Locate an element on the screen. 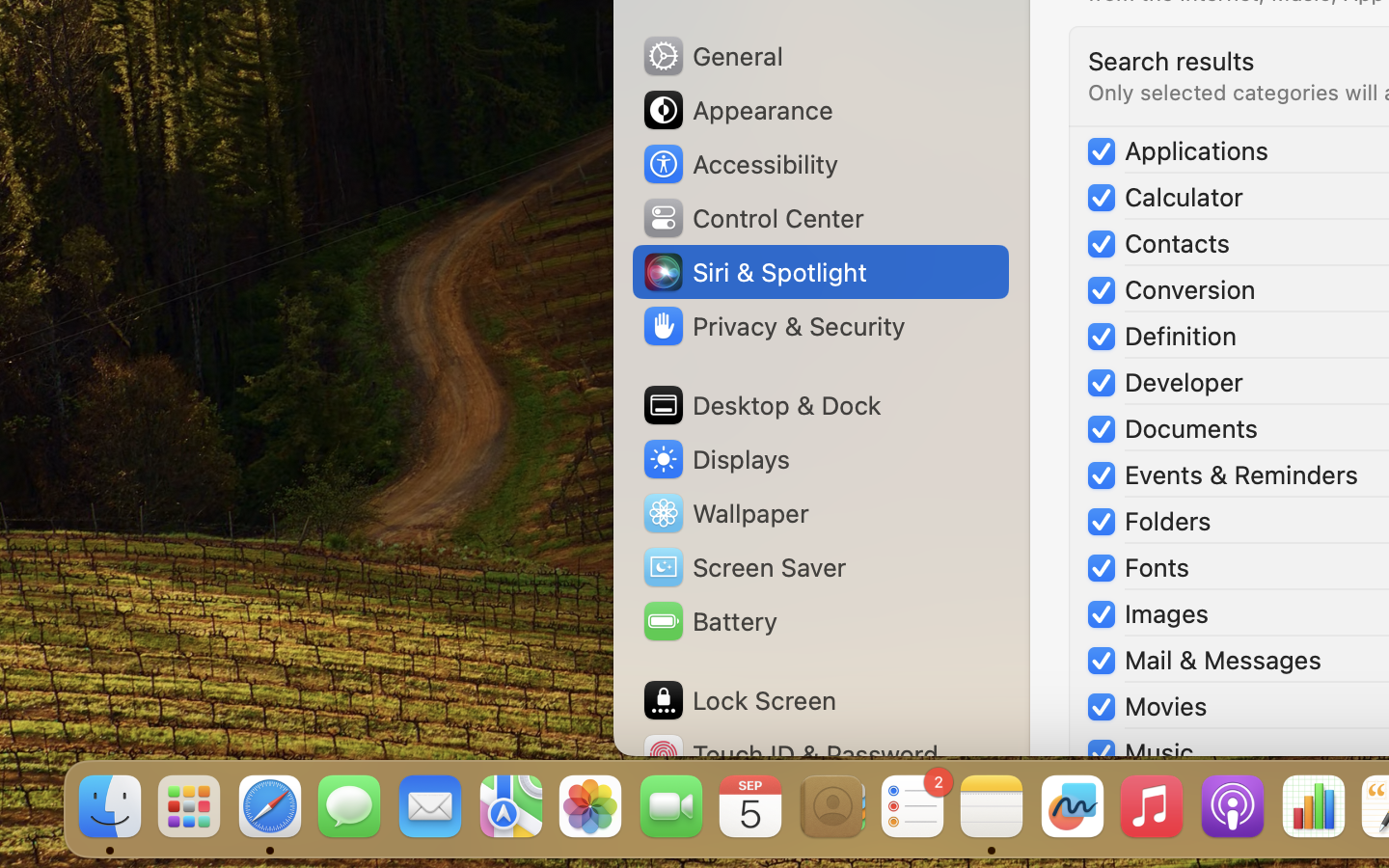 The height and width of the screenshot is (868, 1389). 'Control Center' is located at coordinates (751, 217).